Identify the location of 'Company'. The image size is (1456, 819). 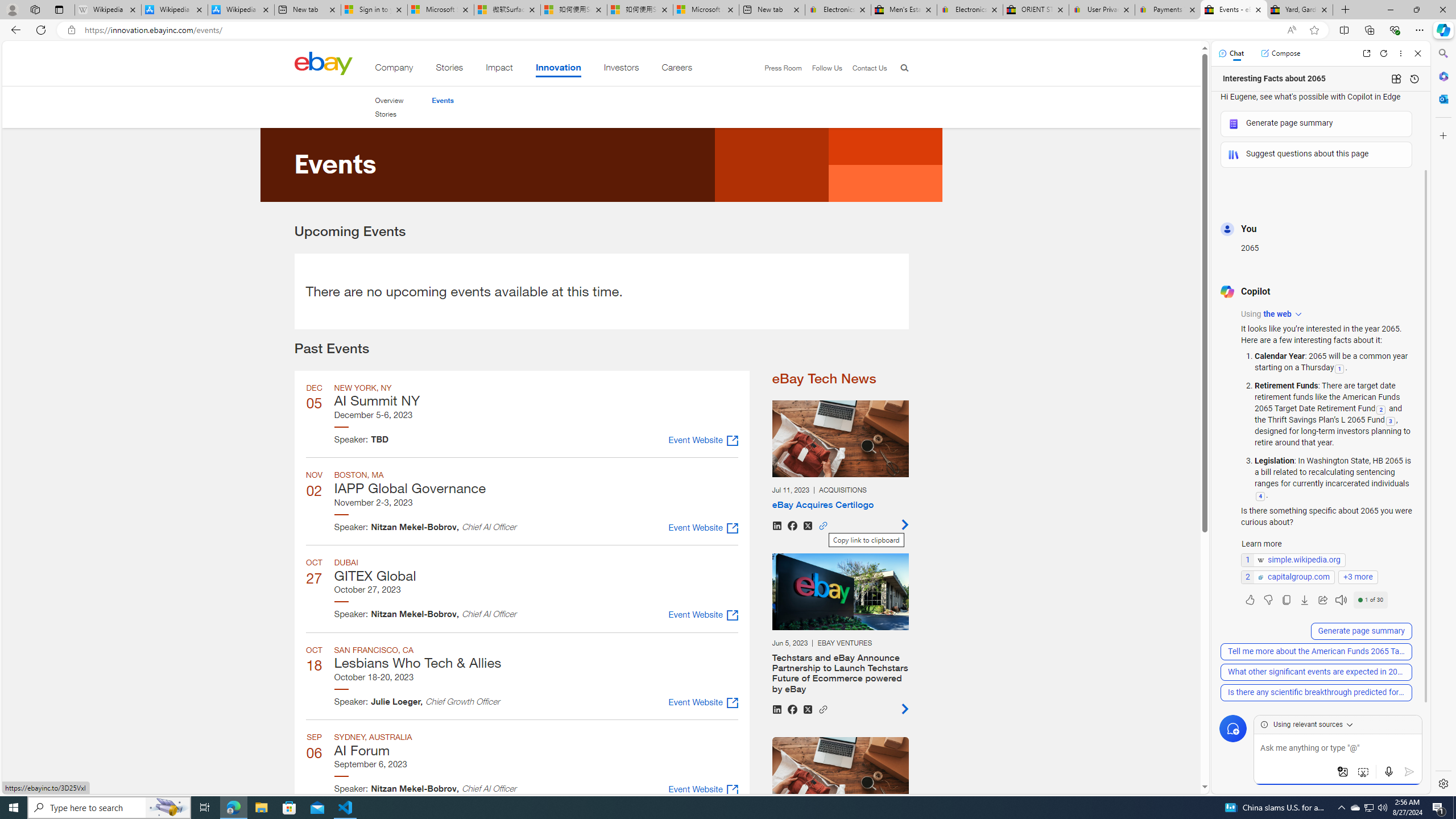
(394, 69).